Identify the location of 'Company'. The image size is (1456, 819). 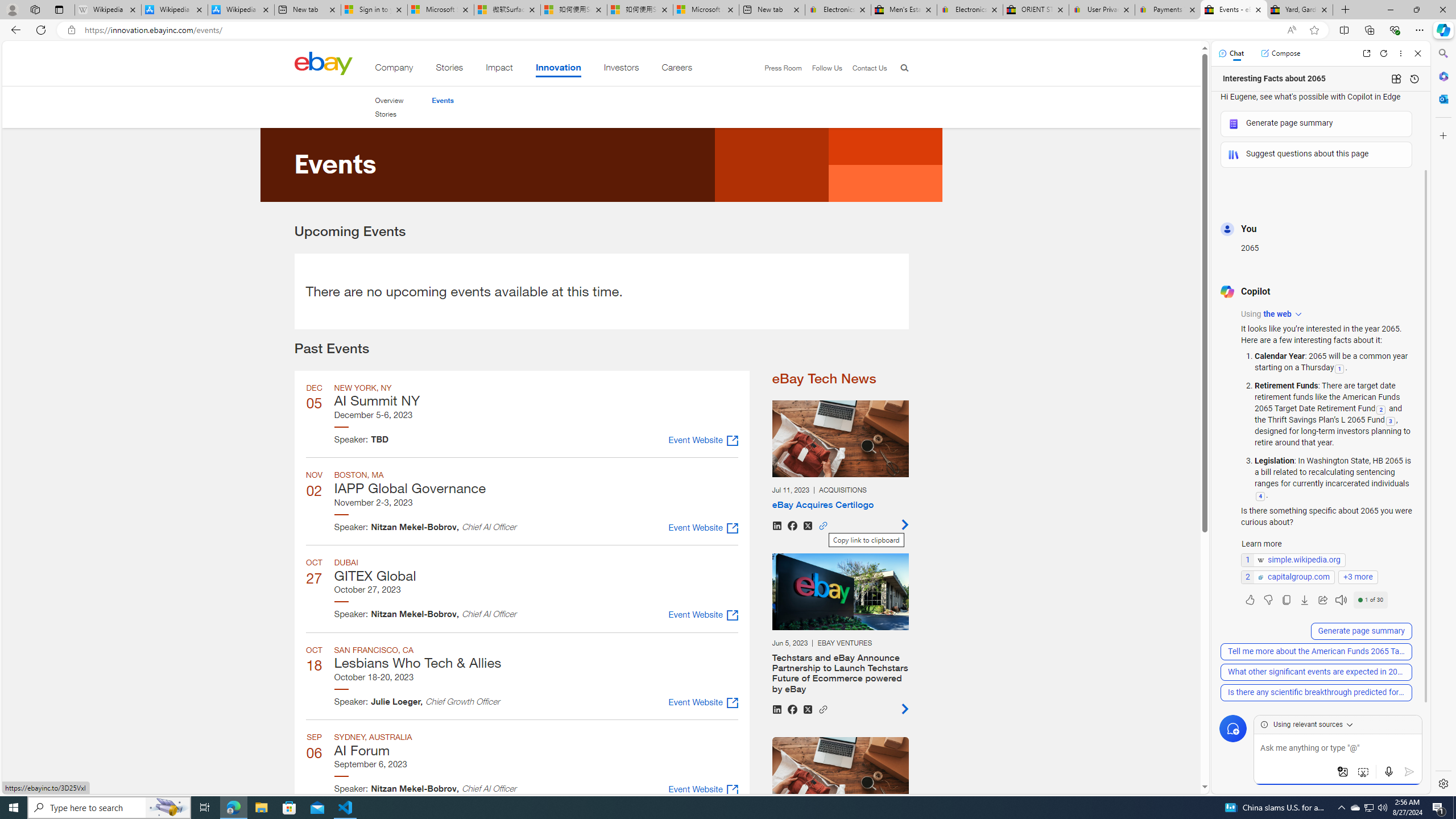
(394, 69).